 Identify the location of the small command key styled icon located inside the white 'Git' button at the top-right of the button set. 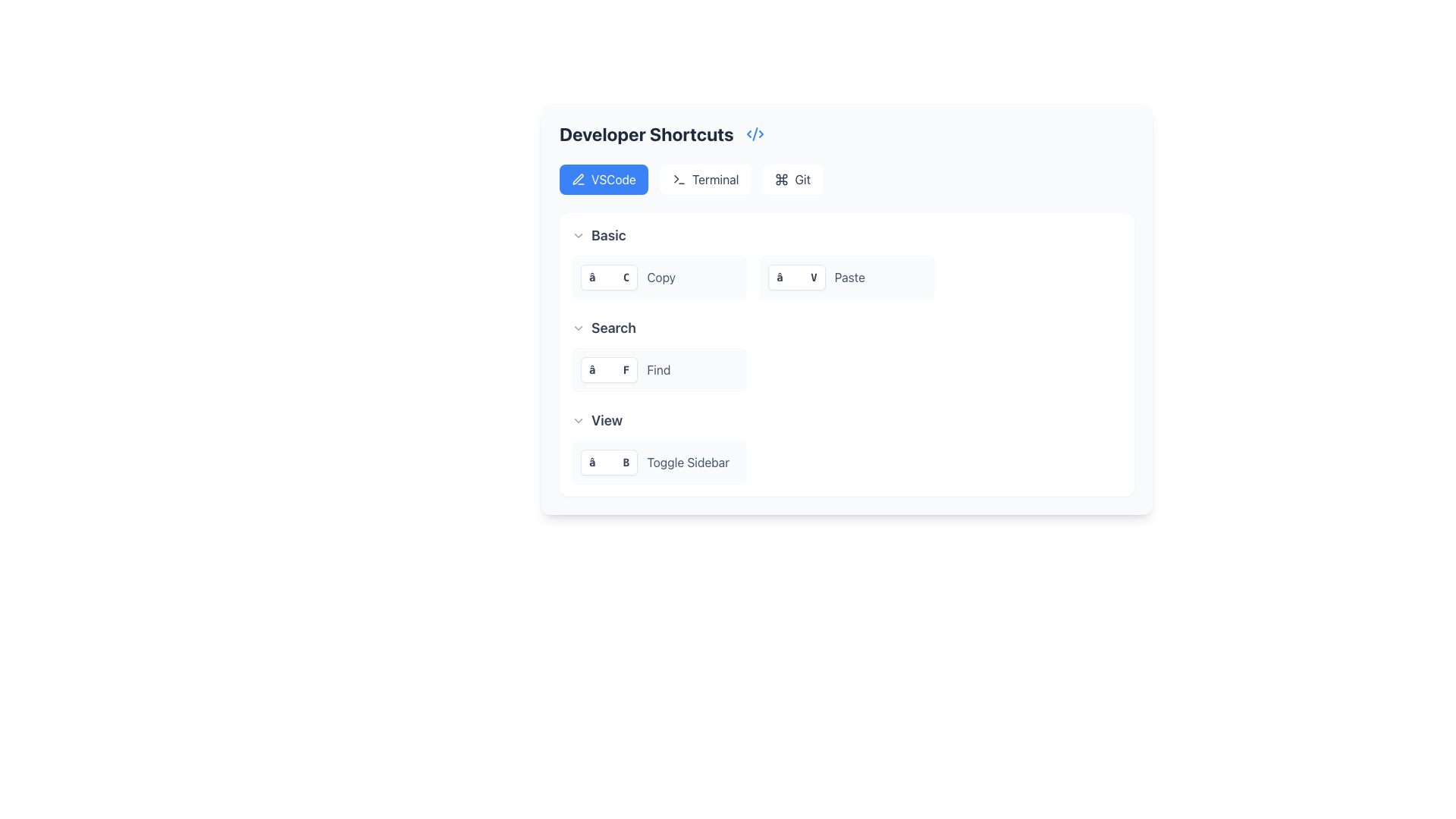
(782, 178).